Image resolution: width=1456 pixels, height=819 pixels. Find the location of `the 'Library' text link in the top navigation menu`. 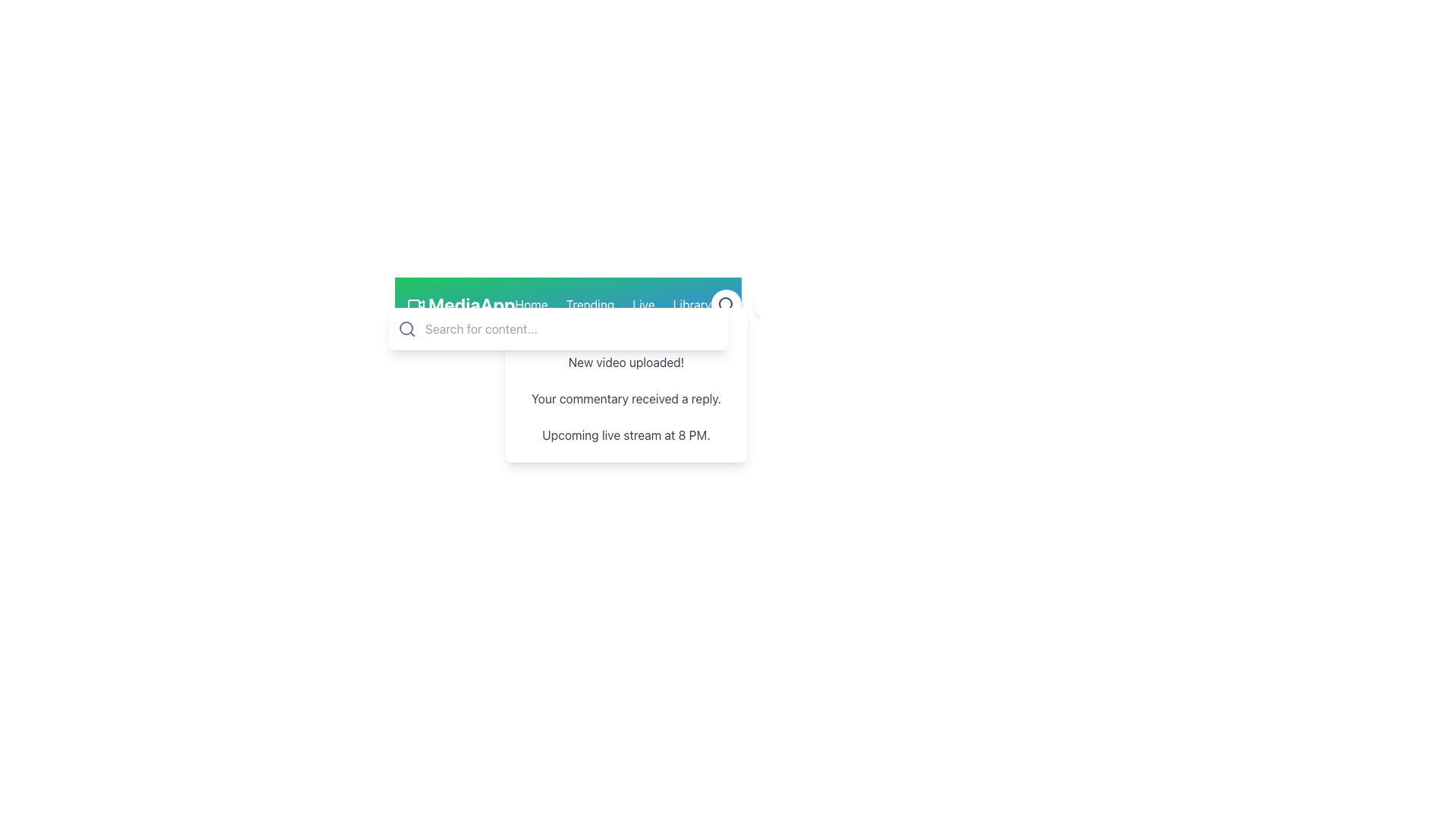

the 'Library' text link in the top navigation menu is located at coordinates (691, 304).